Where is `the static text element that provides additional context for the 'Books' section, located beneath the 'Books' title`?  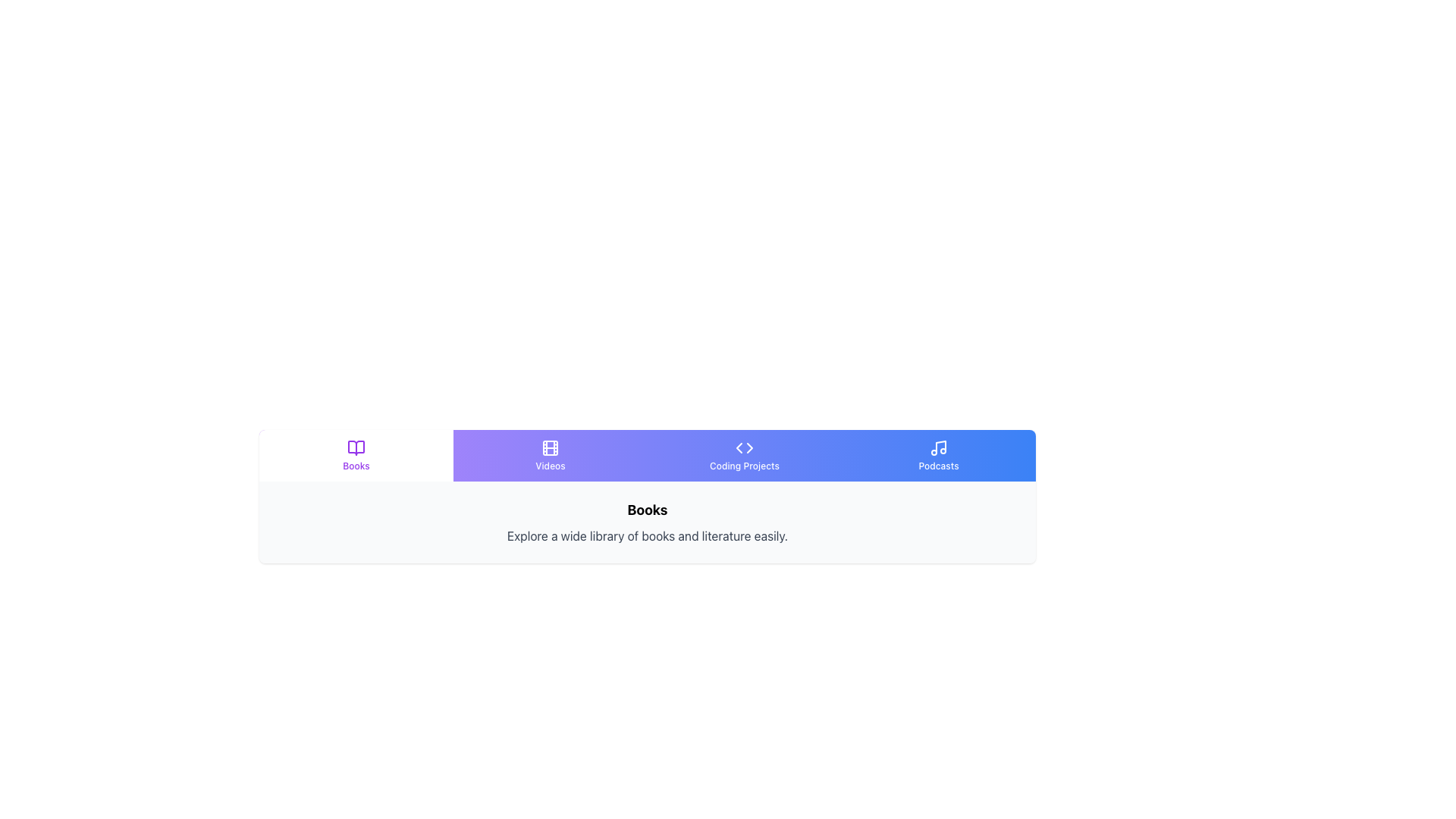
the static text element that provides additional context for the 'Books' section, located beneath the 'Books' title is located at coordinates (648, 535).